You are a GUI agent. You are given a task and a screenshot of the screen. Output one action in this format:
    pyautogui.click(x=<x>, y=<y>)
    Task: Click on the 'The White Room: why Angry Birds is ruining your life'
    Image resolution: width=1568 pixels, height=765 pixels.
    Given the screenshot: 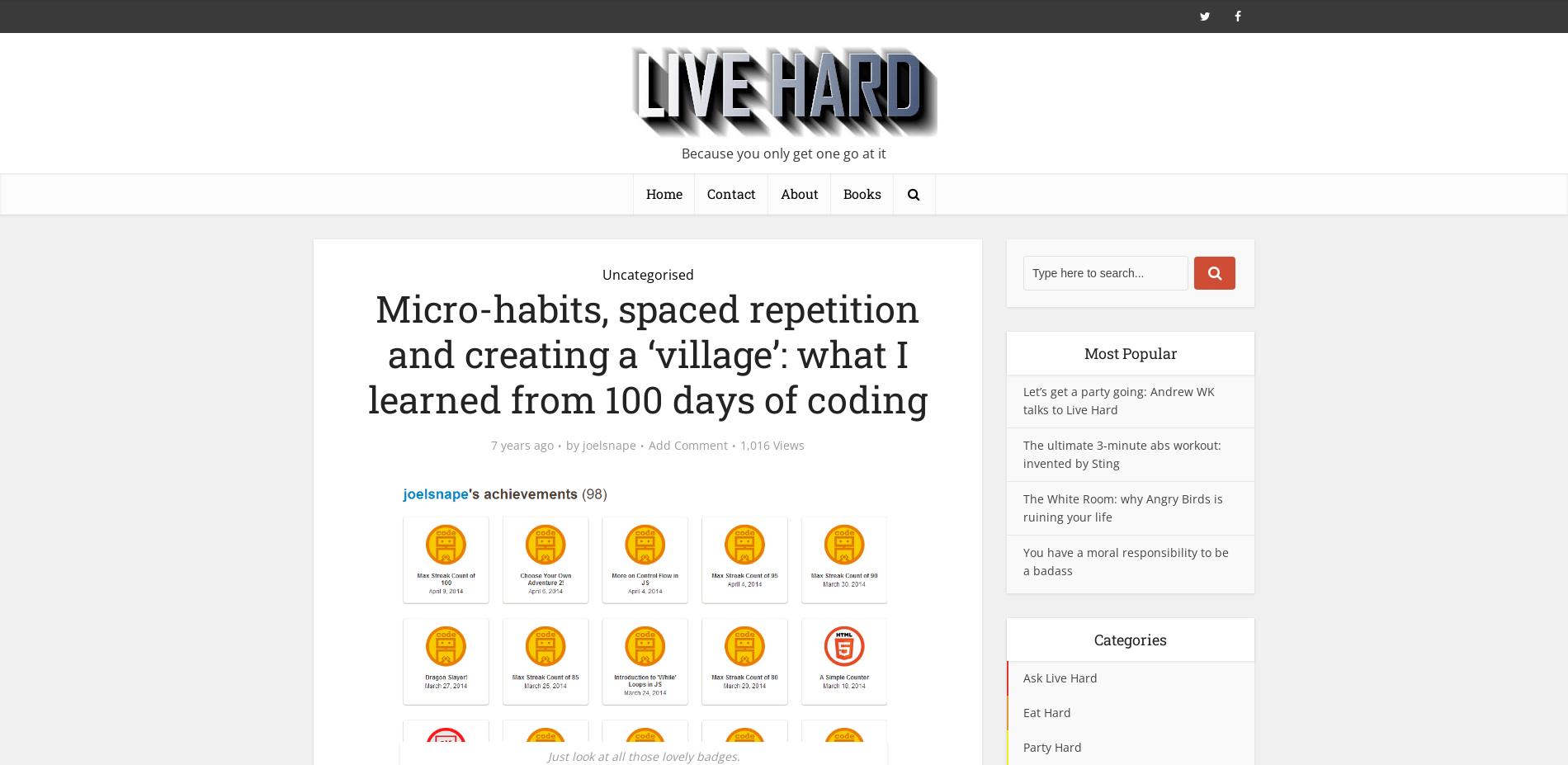 What is the action you would take?
    pyautogui.click(x=1122, y=508)
    